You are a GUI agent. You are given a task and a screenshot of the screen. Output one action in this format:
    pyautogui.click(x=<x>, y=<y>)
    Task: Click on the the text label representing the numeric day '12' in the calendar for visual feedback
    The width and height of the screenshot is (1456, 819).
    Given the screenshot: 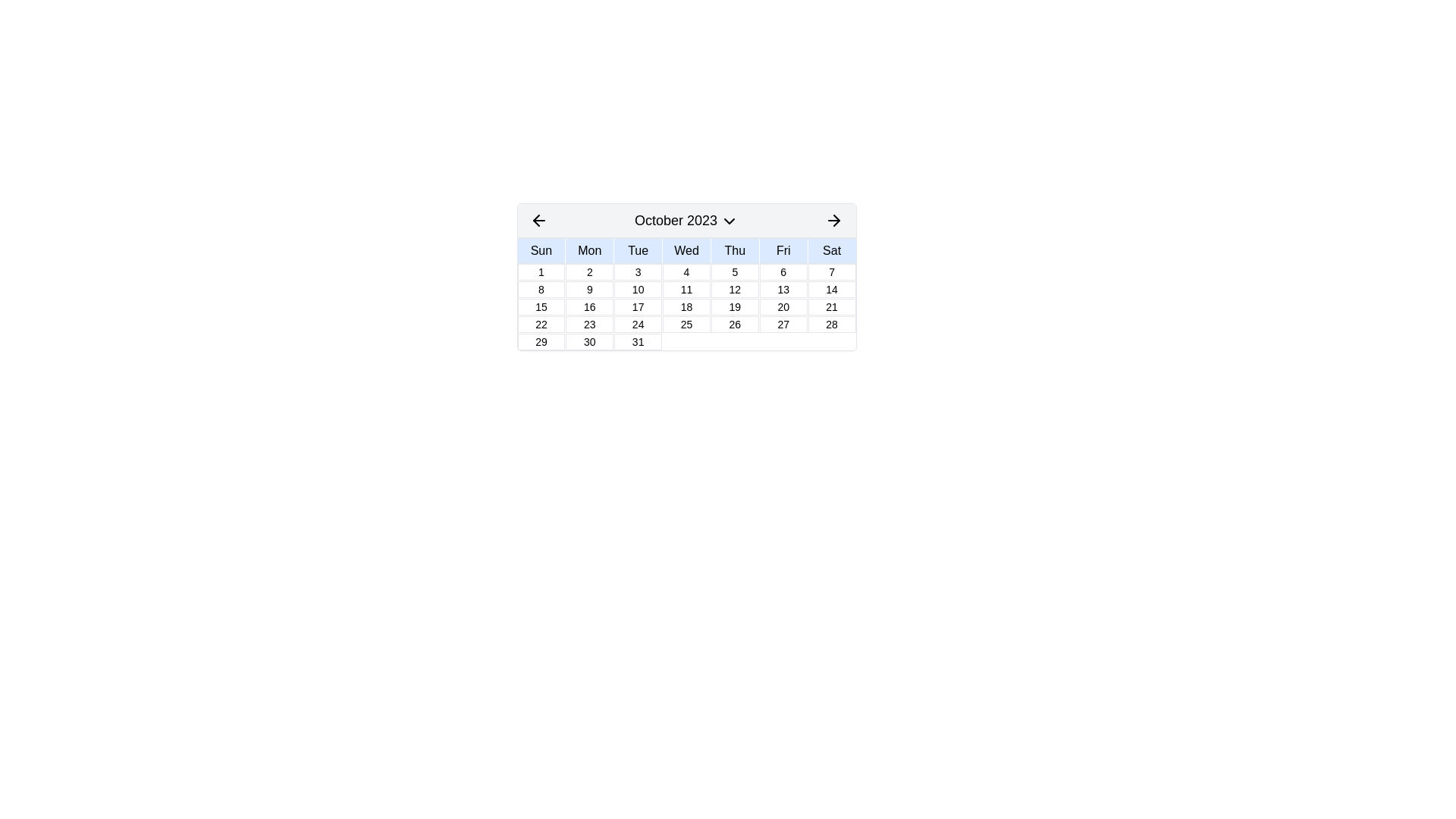 What is the action you would take?
    pyautogui.click(x=735, y=289)
    